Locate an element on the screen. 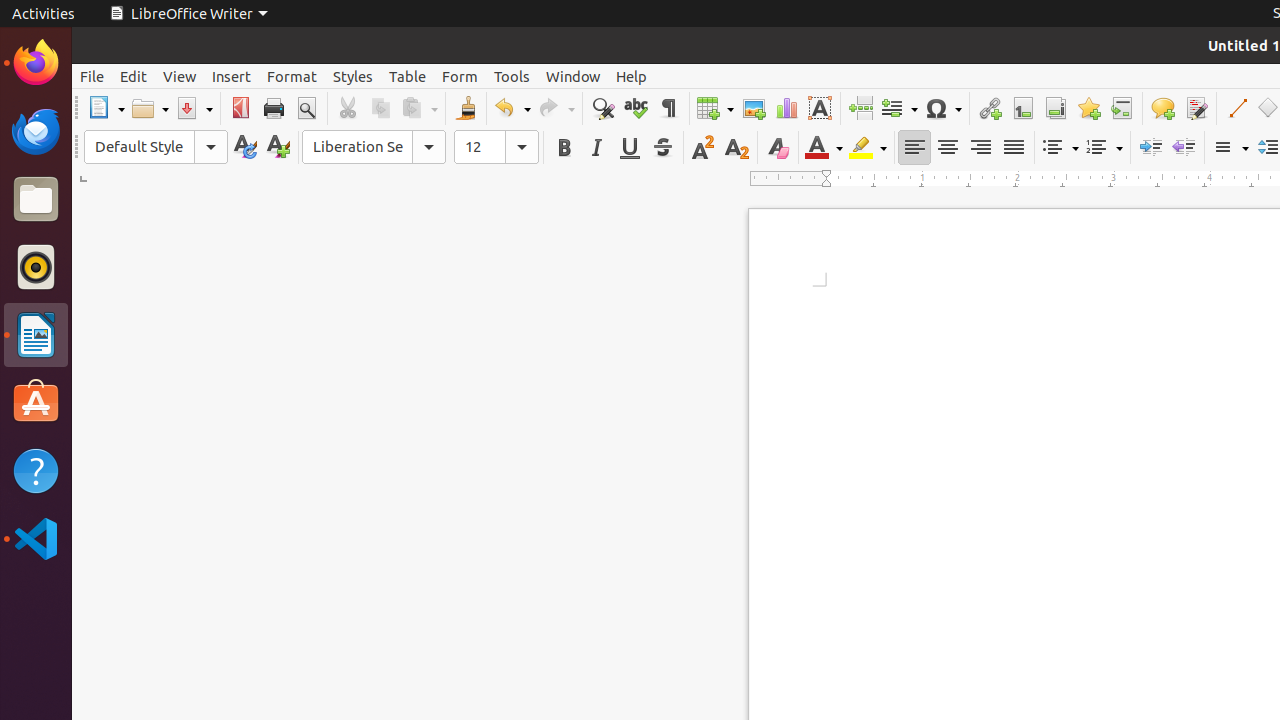 The width and height of the screenshot is (1280, 720). 'Line Spacing' is located at coordinates (1228, 146).